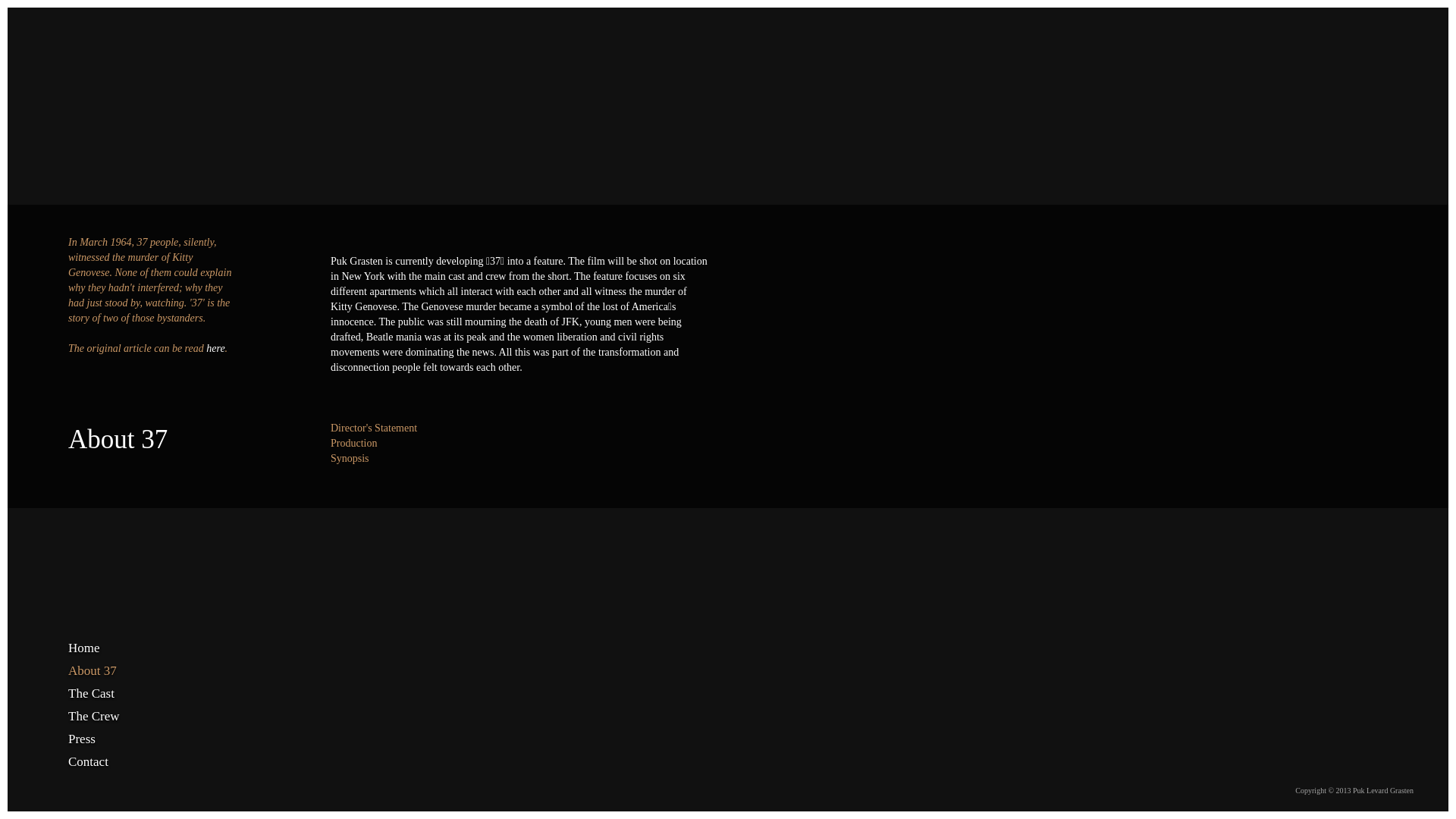 This screenshot has height=819, width=1456. What do you see at coordinates (67, 693) in the screenshot?
I see `'The Cast'` at bounding box center [67, 693].